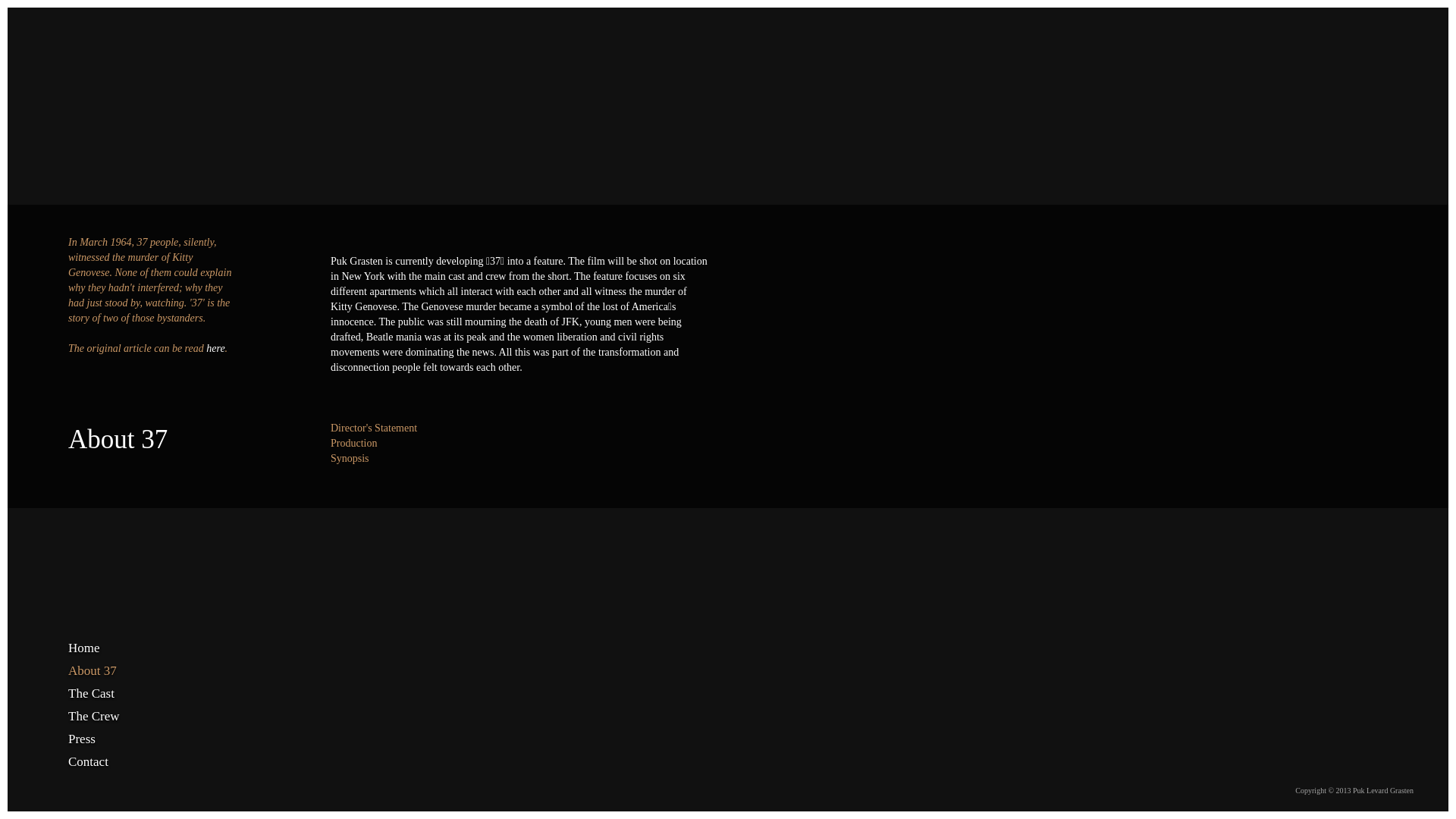 This screenshot has height=819, width=1456. What do you see at coordinates (67, 693) in the screenshot?
I see `'The Cast'` at bounding box center [67, 693].